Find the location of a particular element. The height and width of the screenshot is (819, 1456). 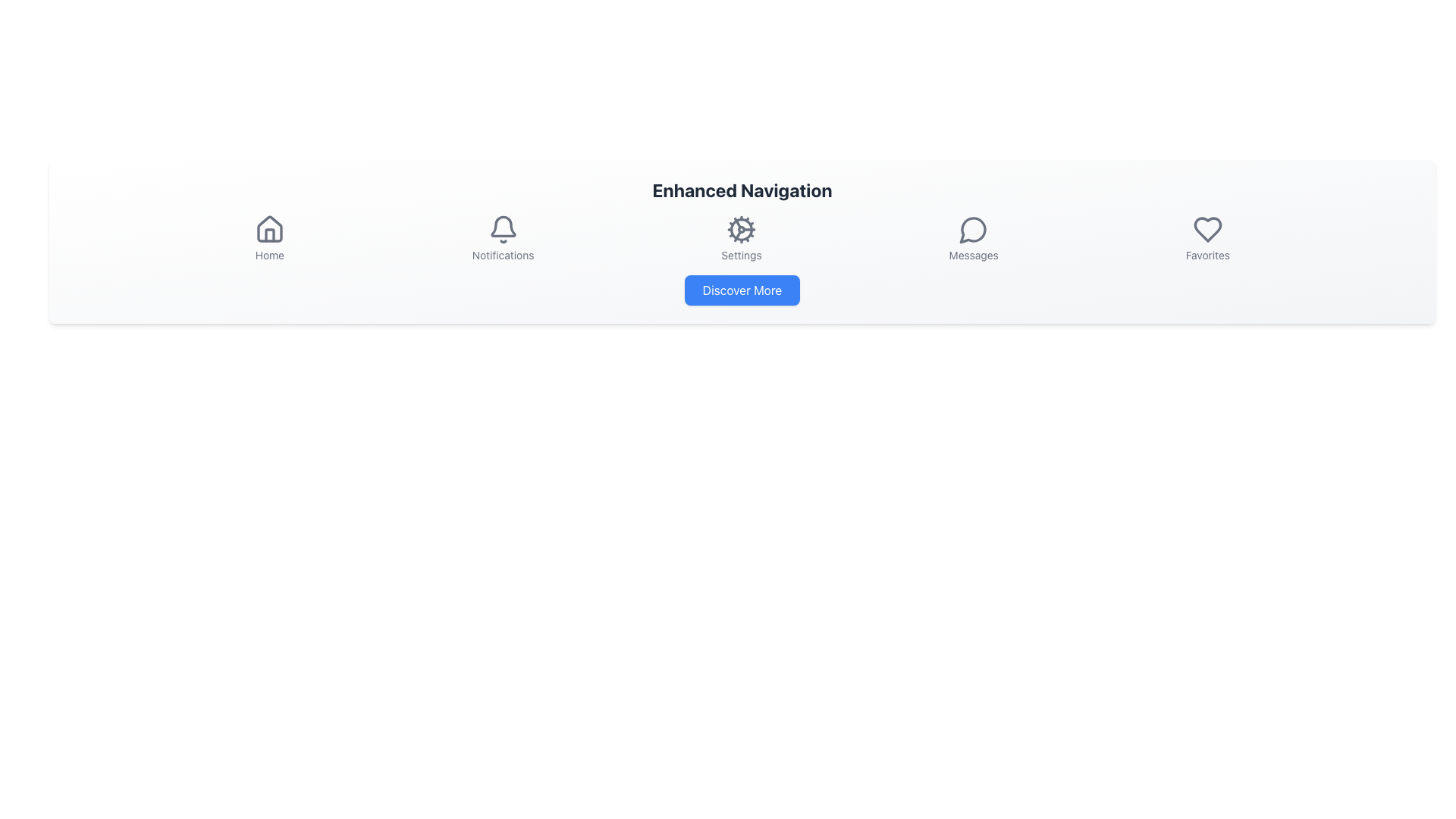

an icon within the horizontal navigation bar located below the 'Enhanced Navigation' header is located at coordinates (742, 239).